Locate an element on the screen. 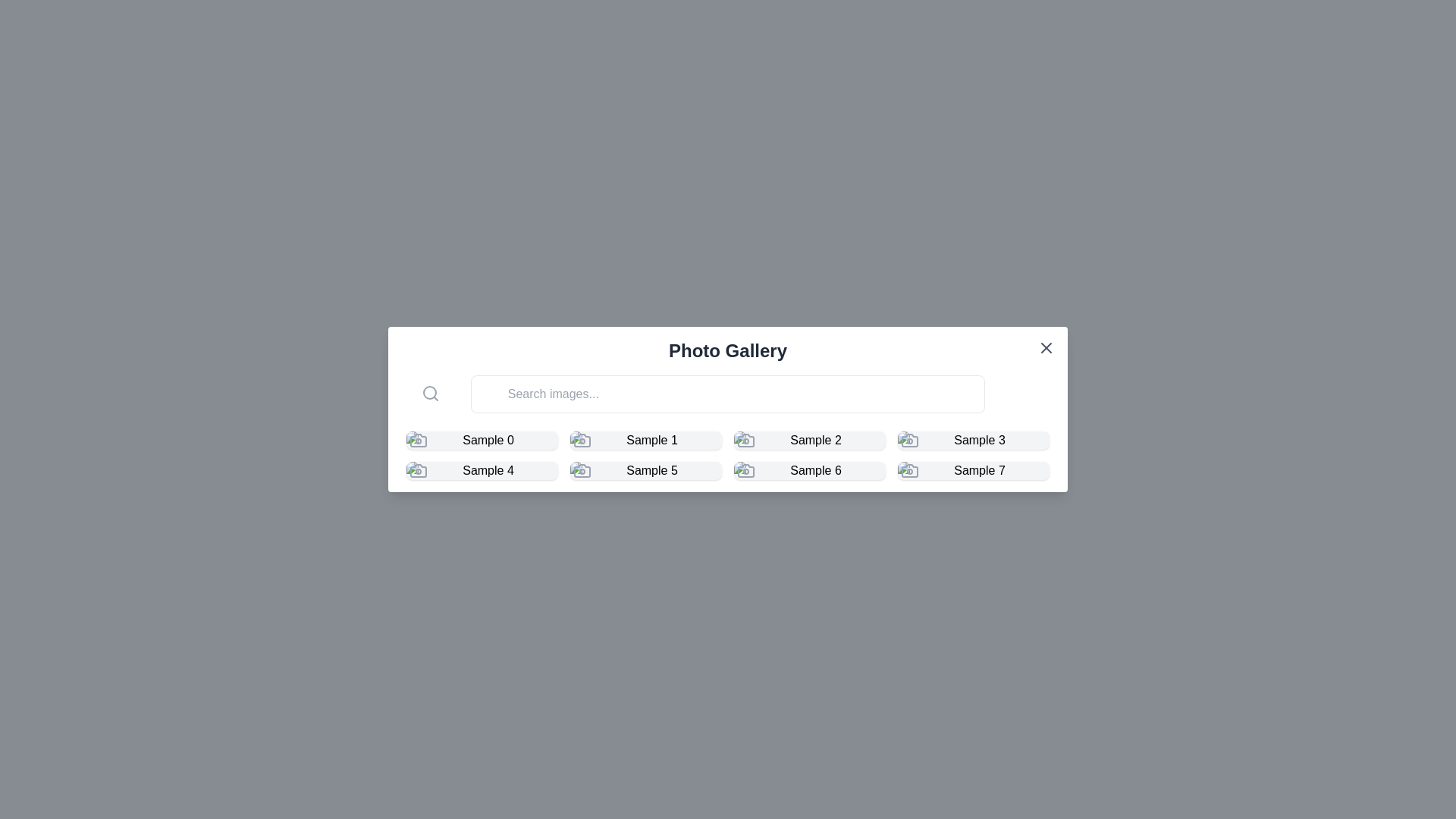 This screenshot has width=1456, height=819. on the Gallery card labeled 'Sample 2' which is located in the third column of the first row in the grid layout is located at coordinates (809, 441).